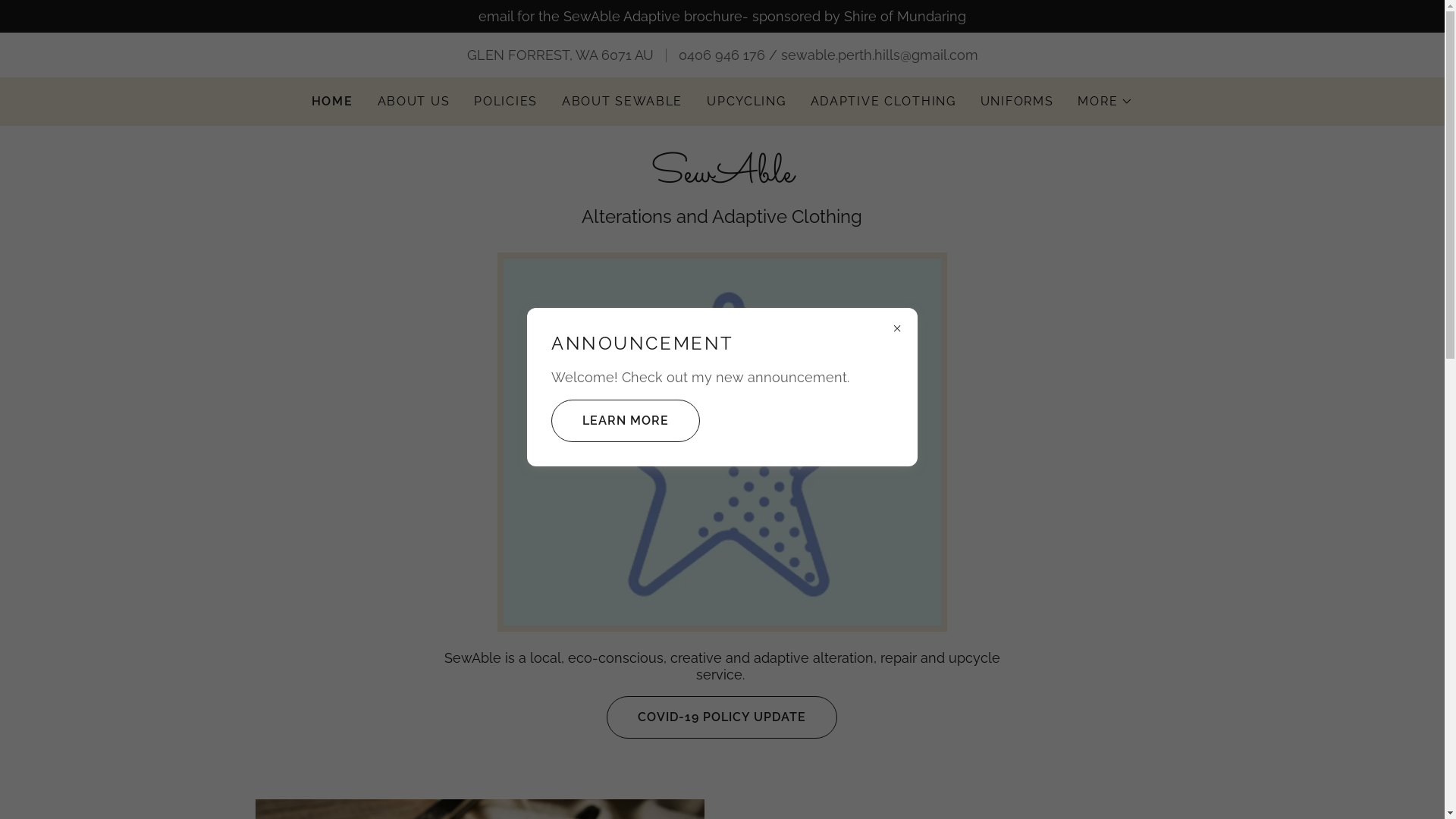  Describe the element at coordinates (622, 102) in the screenshot. I see `'ABOUT SEWABLE'` at that location.